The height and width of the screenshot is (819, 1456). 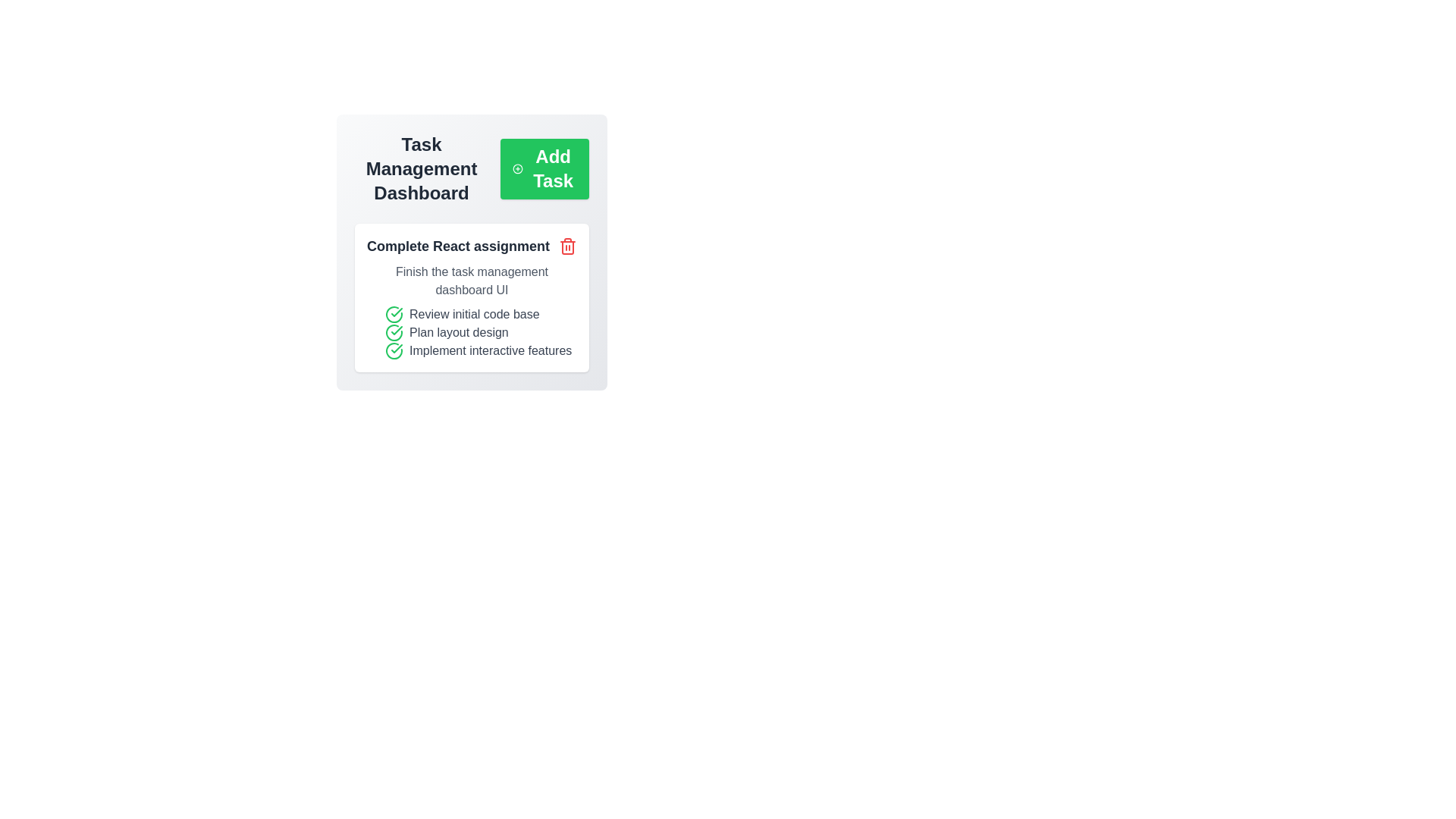 I want to click on the red trash icon button located immediately to the right of the 'Complete React assignment' text to initiate a delete action, so click(x=566, y=245).